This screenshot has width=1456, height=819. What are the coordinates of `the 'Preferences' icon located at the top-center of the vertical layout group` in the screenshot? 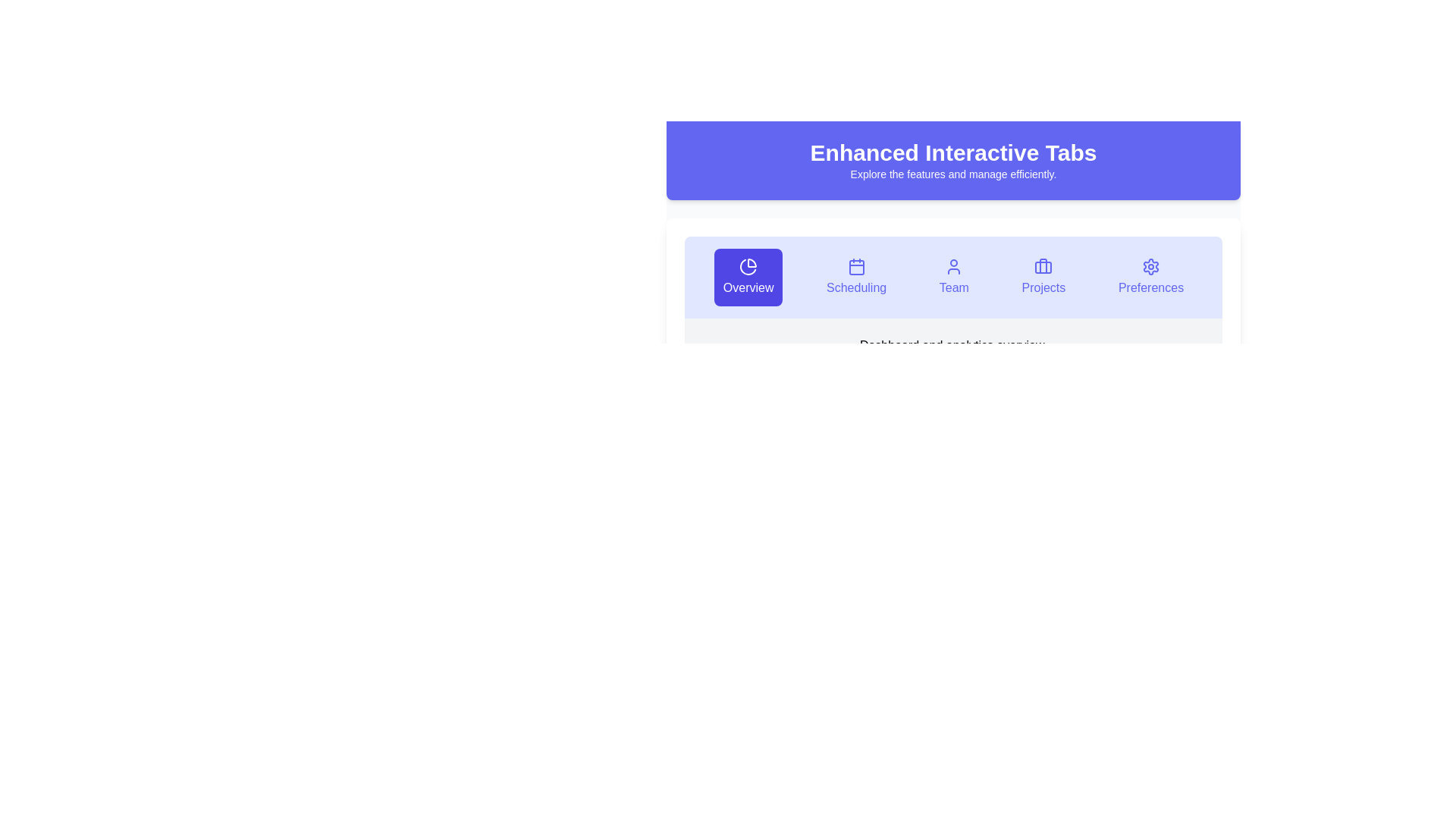 It's located at (1150, 265).